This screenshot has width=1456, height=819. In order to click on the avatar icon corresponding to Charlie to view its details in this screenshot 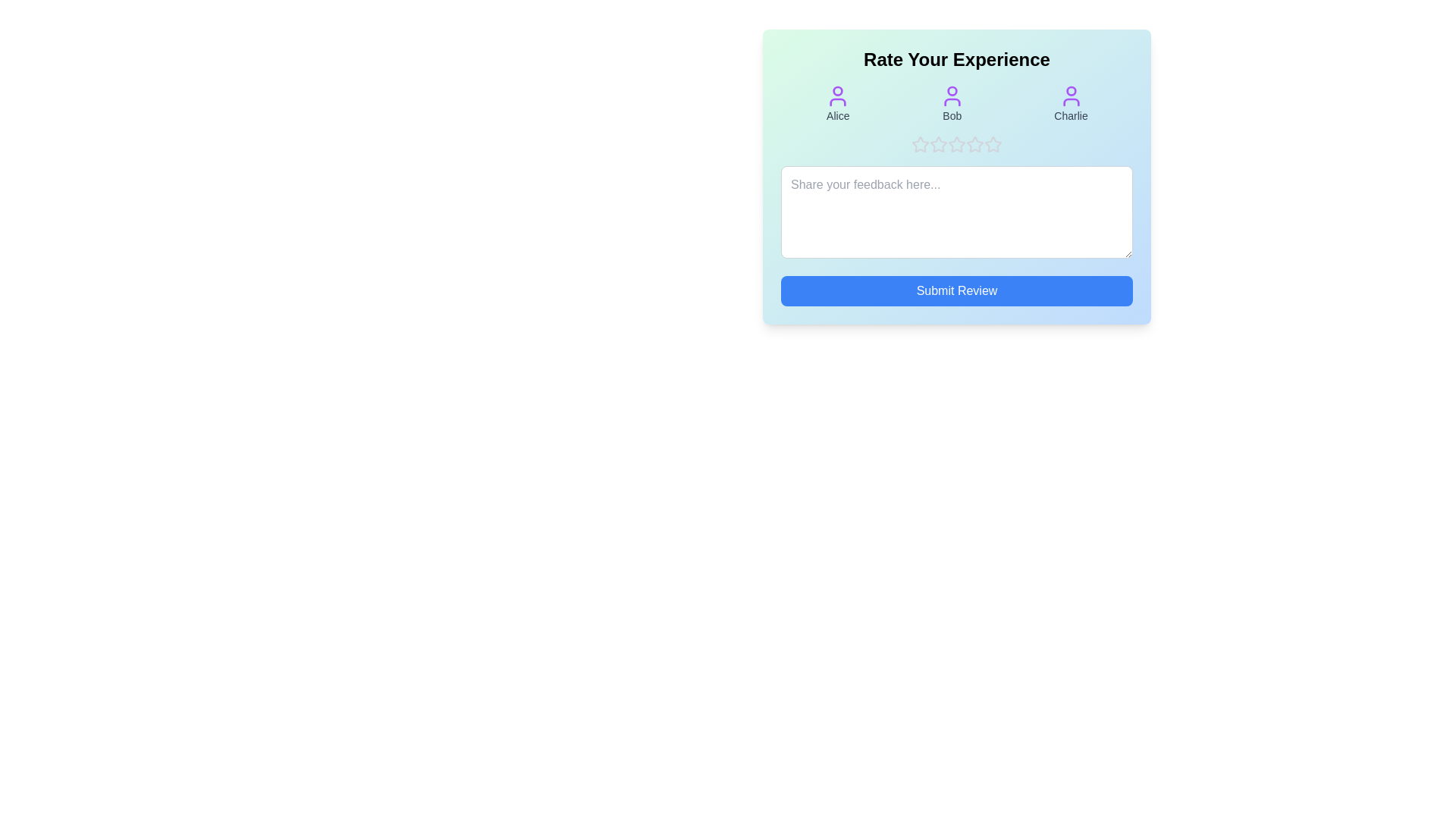, I will do `click(1069, 103)`.